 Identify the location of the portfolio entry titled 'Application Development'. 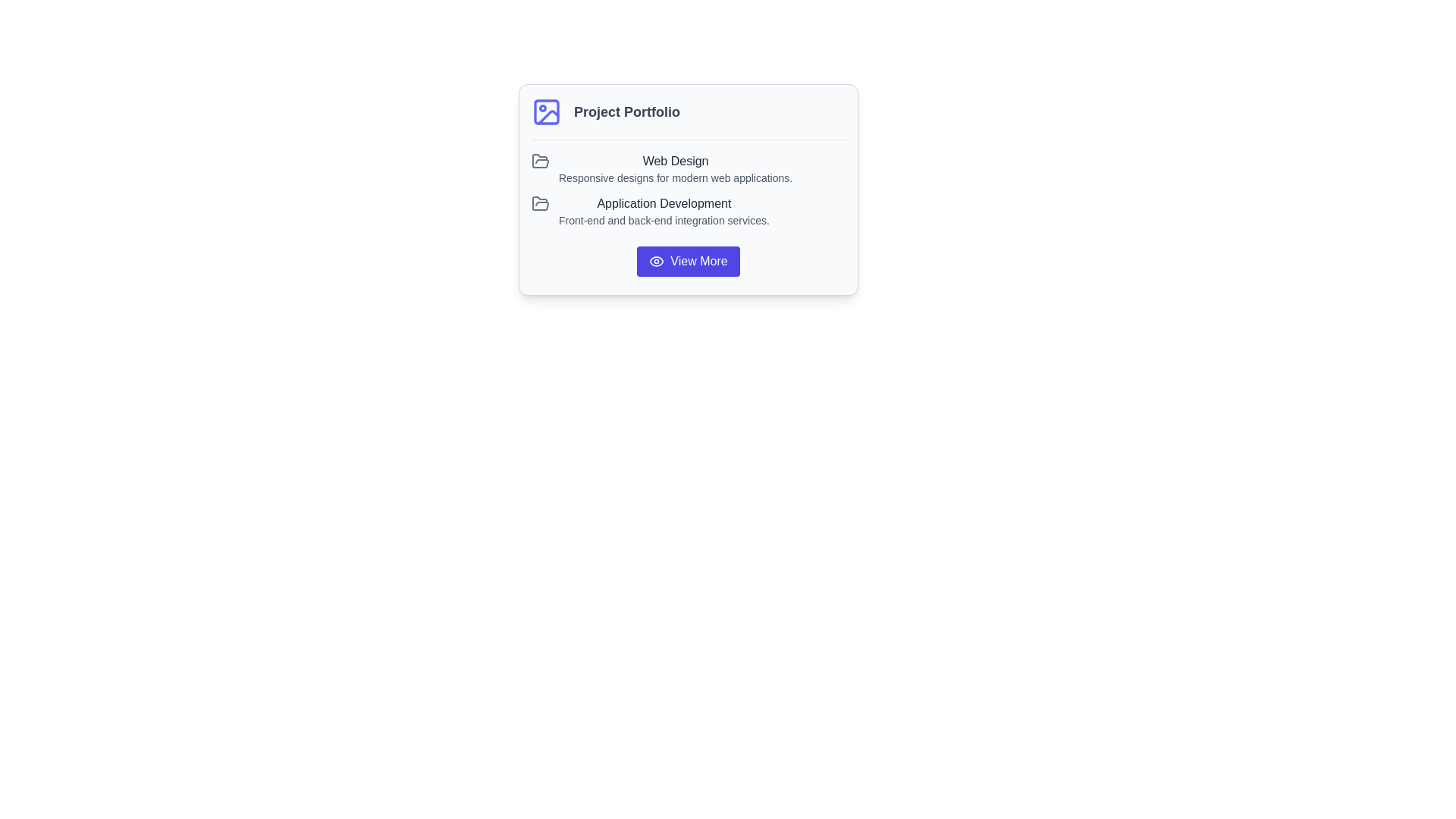
(687, 211).